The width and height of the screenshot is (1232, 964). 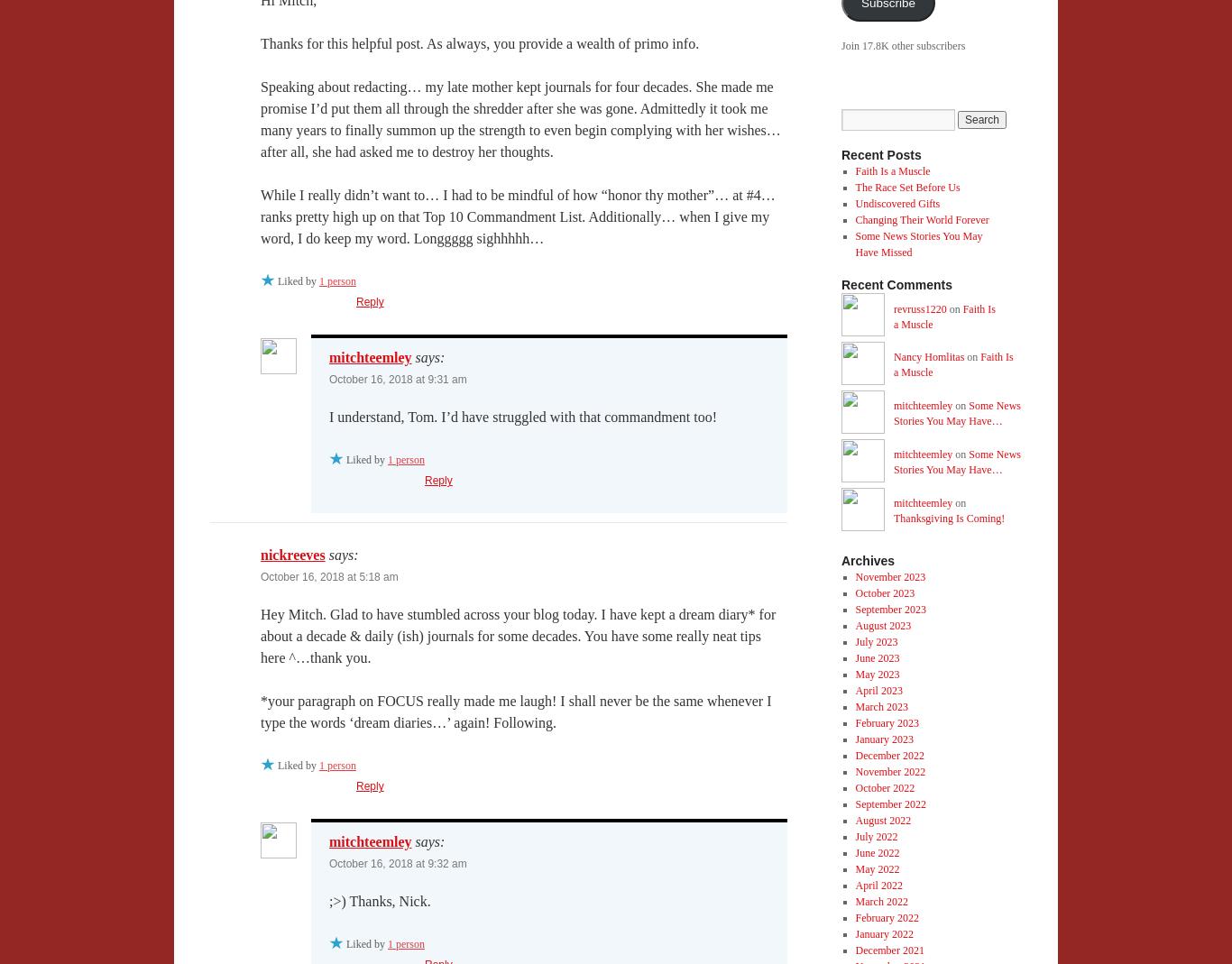 What do you see at coordinates (919, 308) in the screenshot?
I see `'revruss1220'` at bounding box center [919, 308].